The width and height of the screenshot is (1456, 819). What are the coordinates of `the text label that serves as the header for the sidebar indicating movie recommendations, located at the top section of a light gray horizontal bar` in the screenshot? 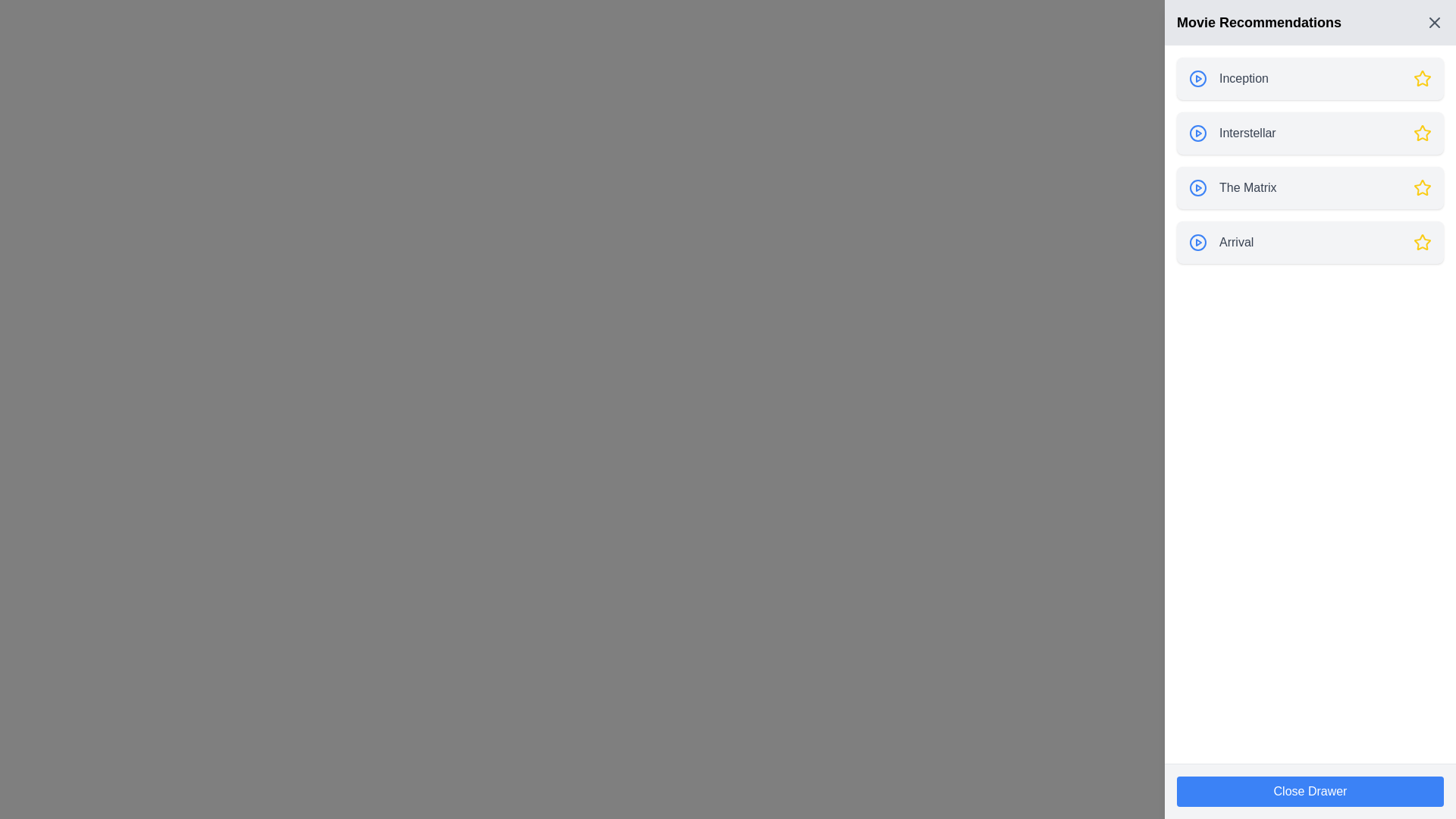 It's located at (1259, 23).